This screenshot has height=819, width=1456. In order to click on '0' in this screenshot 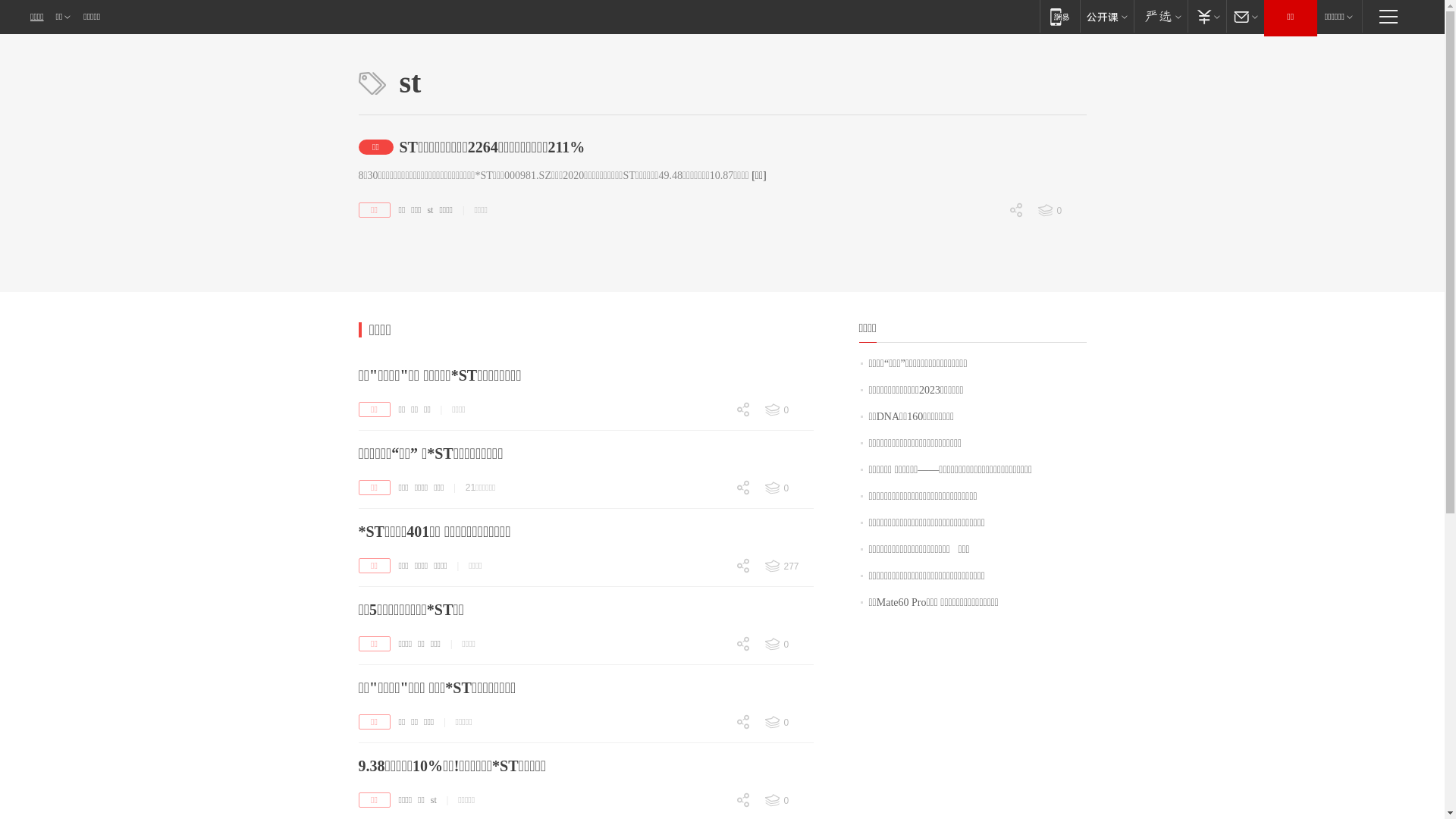, I will do `click(712, 723)`.